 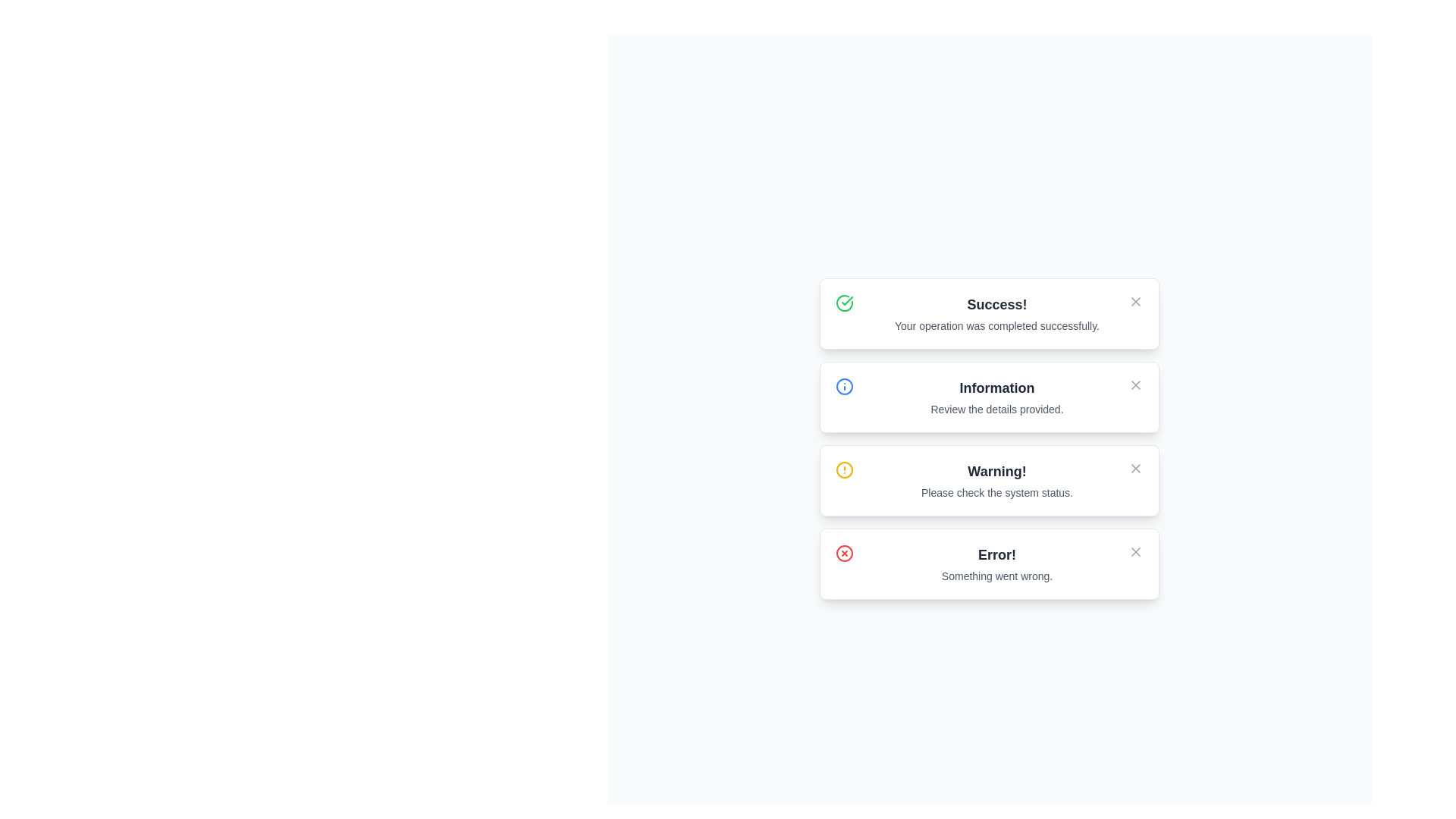 What do you see at coordinates (997, 576) in the screenshot?
I see `error message text displayed within the fourth notification card, positioned centrally below the 'Error!' heading` at bounding box center [997, 576].